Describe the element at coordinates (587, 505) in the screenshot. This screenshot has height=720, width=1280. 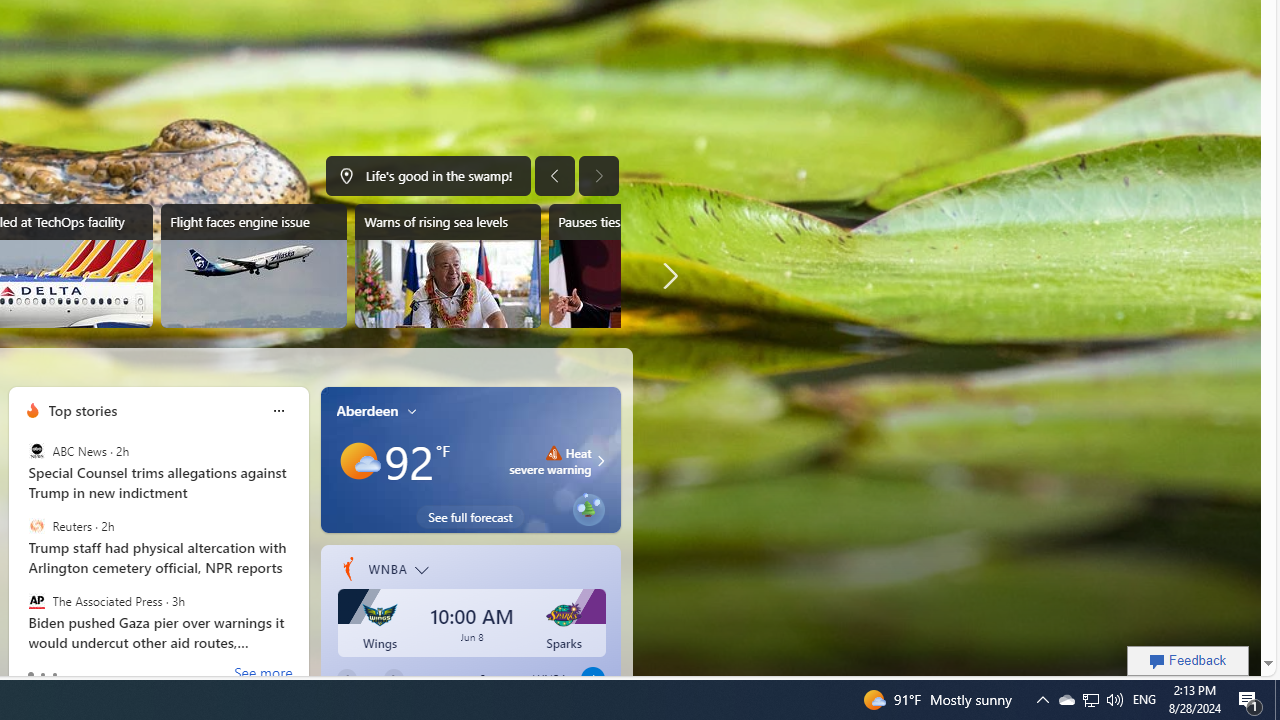
I see `'Class: eplant-img'` at that location.